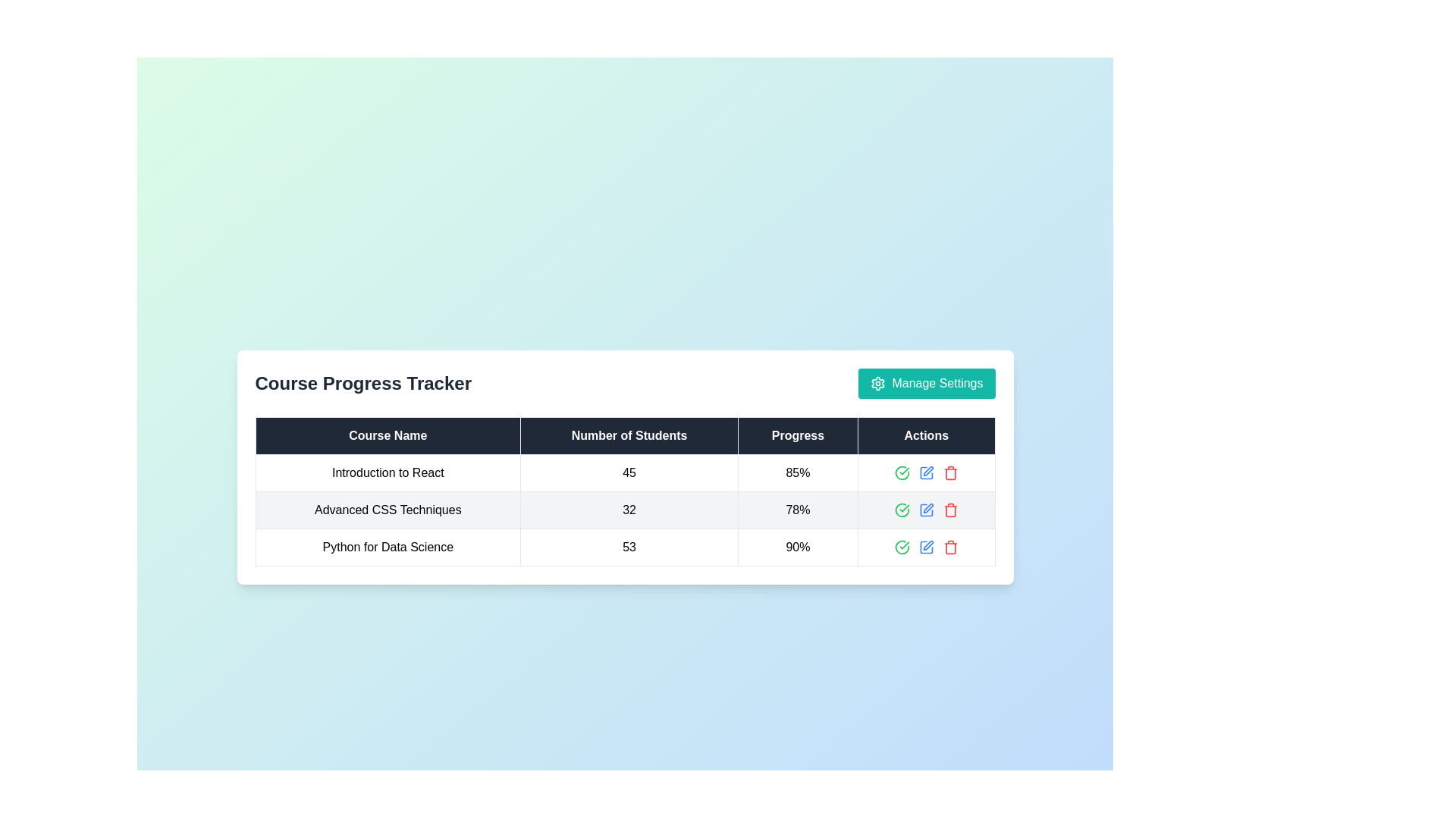  Describe the element at coordinates (925, 510) in the screenshot. I see `the edit icon button located in the second row of the table under the 'Actions' column, positioned between a green checkmark icon and a red trash bin icon` at that location.